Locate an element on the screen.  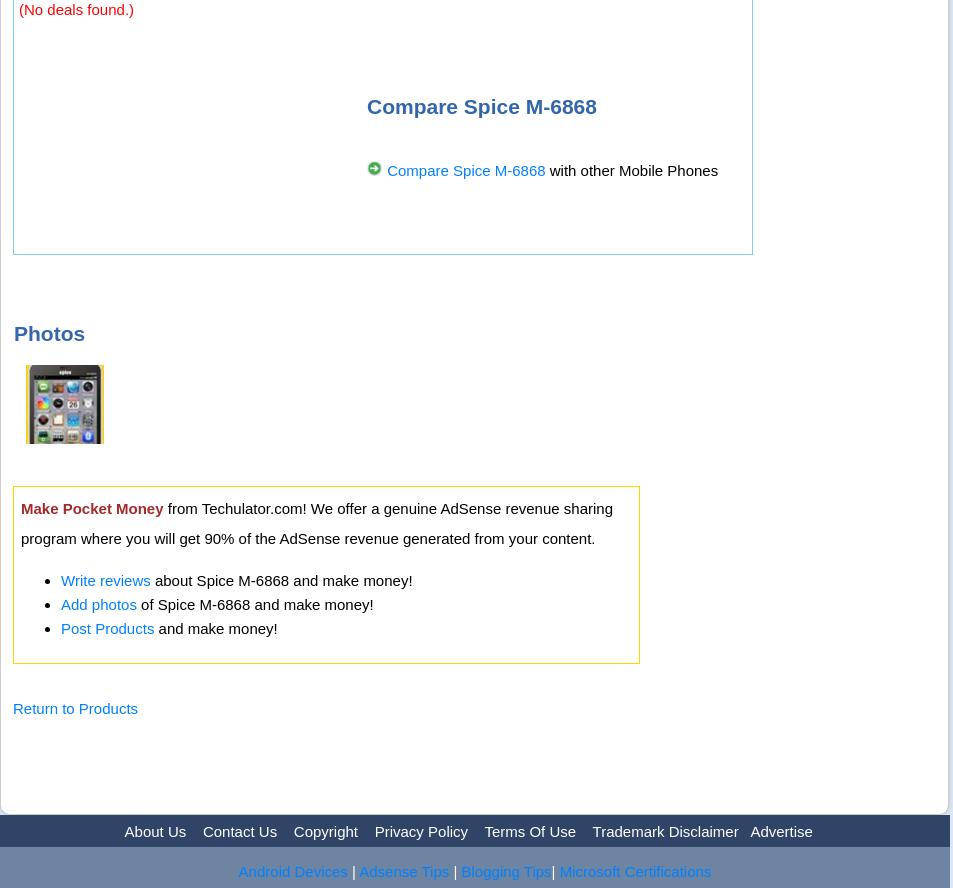
'Blogging Tips' is located at coordinates (459, 869).